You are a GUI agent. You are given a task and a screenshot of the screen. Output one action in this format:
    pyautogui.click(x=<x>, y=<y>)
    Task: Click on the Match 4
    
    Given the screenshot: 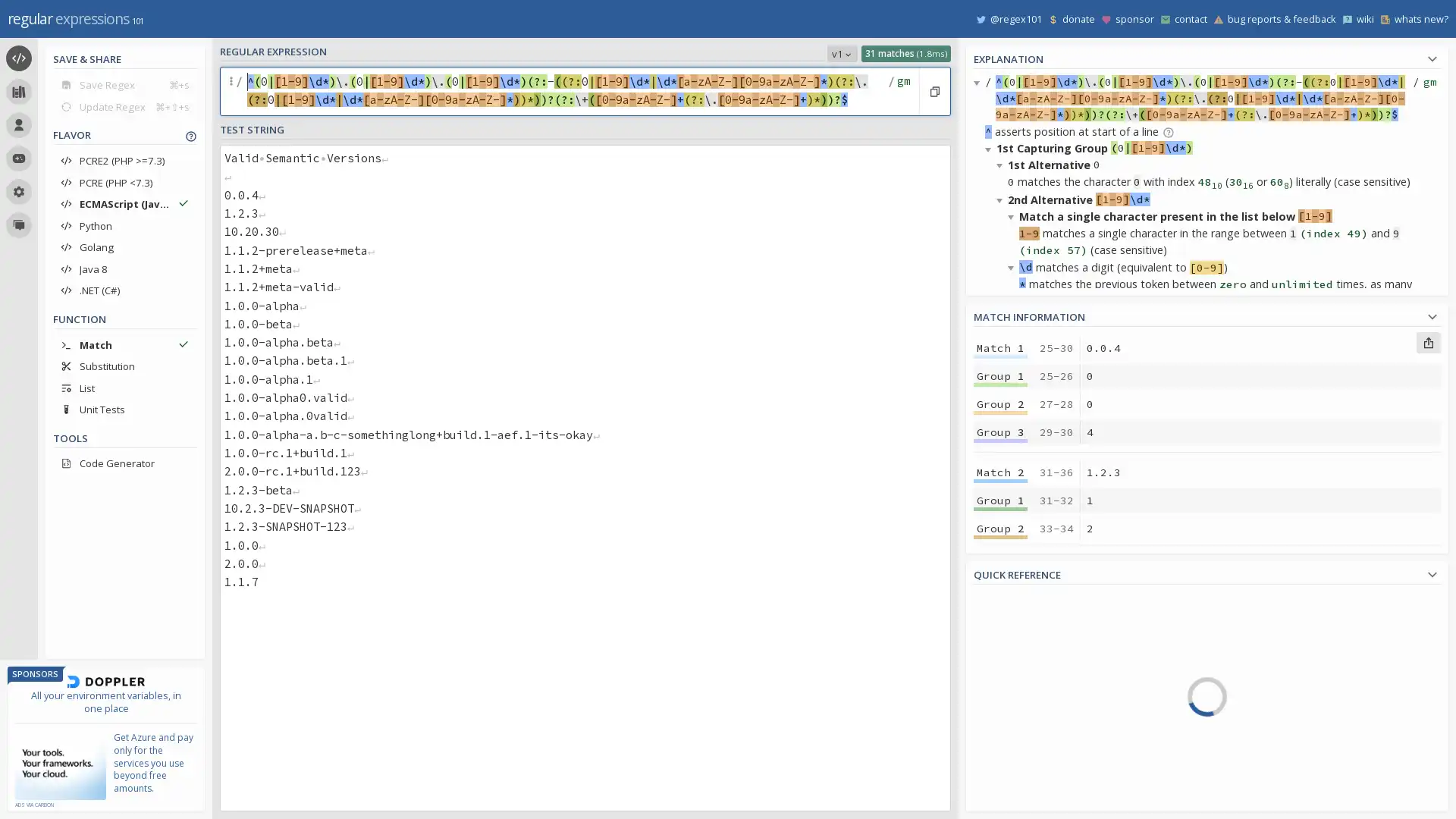 What is the action you would take?
    pyautogui.click(x=1000, y=720)
    